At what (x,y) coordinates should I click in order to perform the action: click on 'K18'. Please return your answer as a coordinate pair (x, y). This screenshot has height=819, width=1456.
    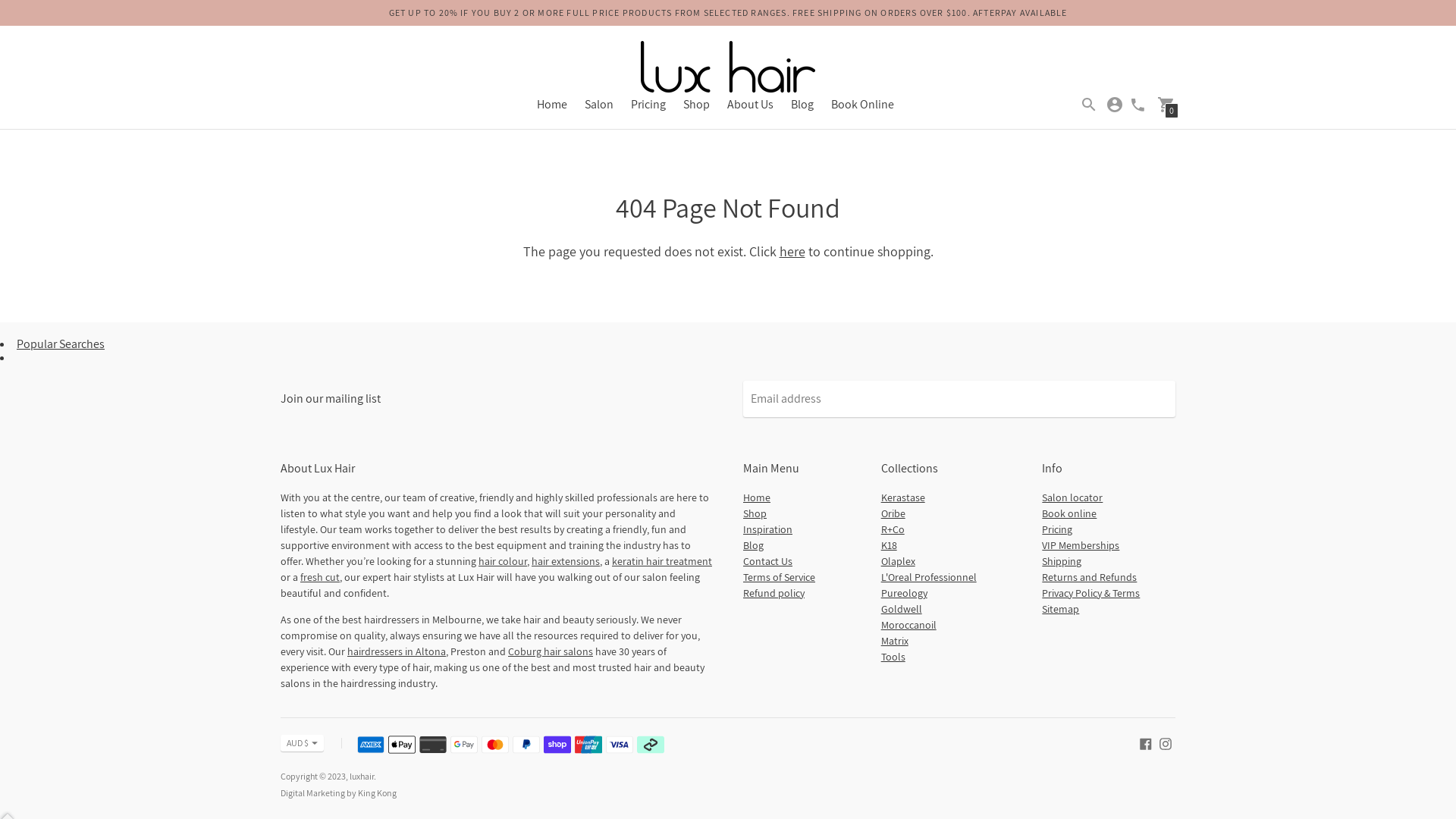
    Looking at the image, I should click on (889, 544).